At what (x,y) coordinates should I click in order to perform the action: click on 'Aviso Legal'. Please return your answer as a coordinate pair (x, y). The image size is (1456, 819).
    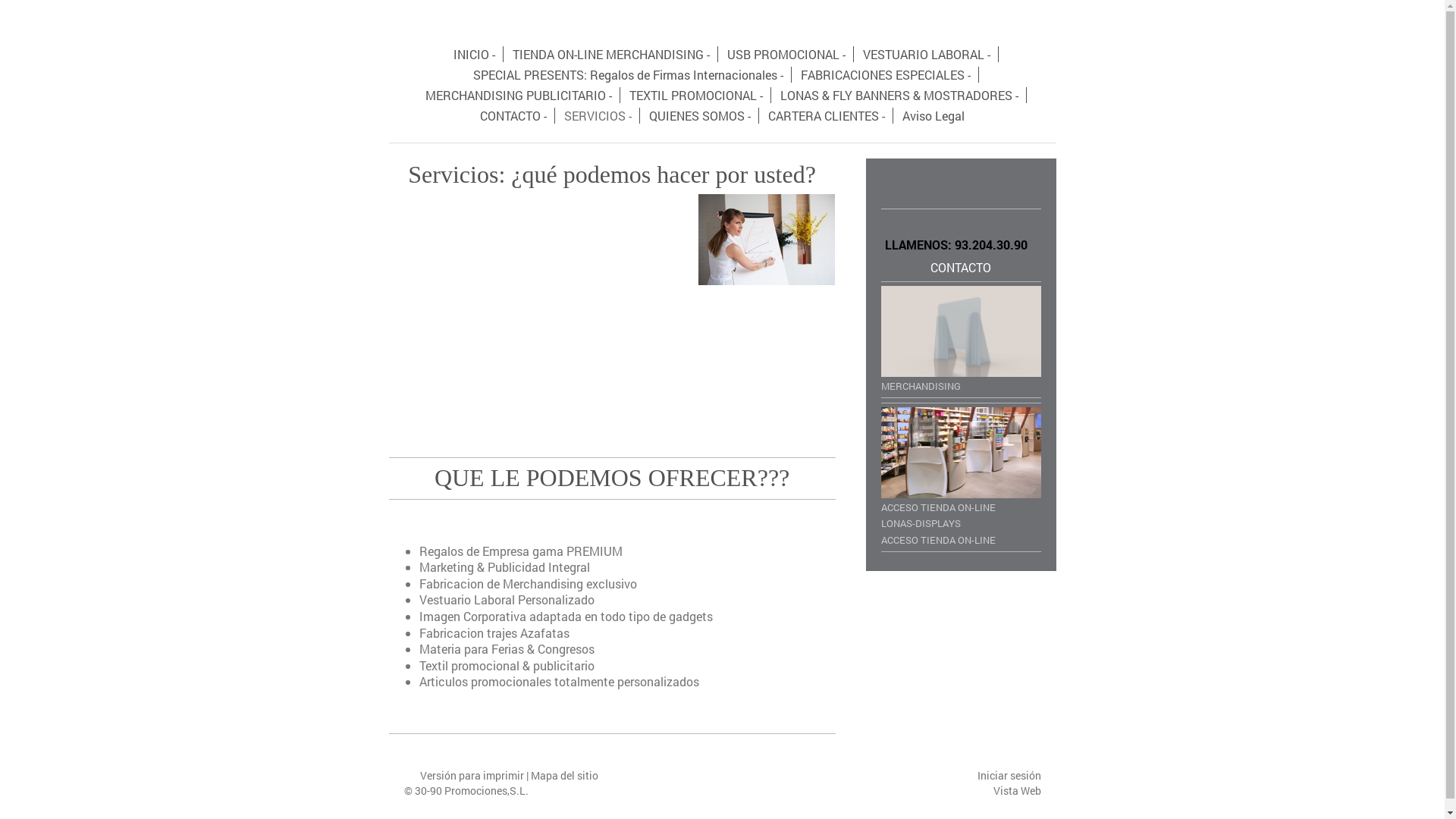
    Looking at the image, I should click on (932, 115).